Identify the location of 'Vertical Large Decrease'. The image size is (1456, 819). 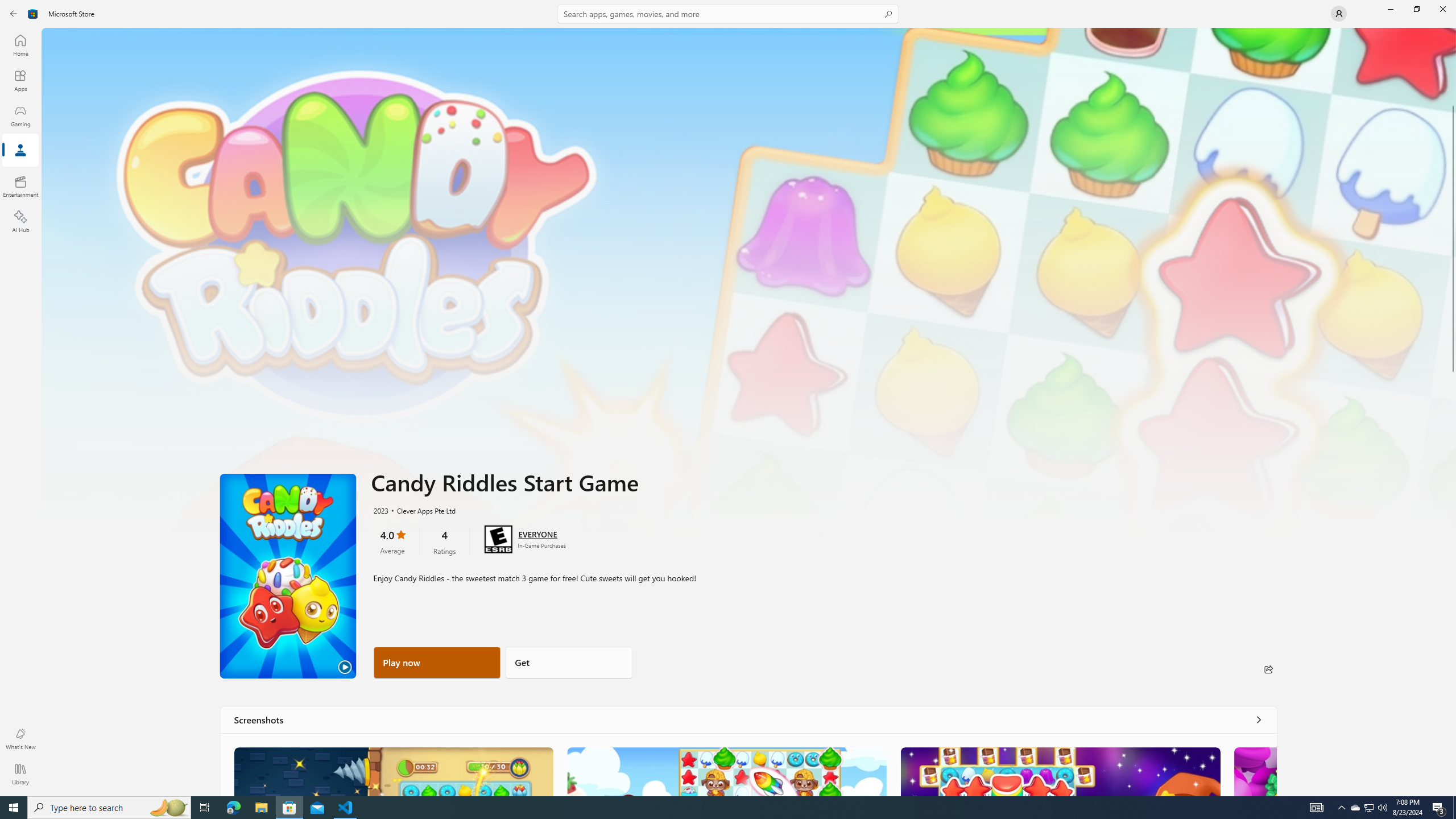
(1451, 68).